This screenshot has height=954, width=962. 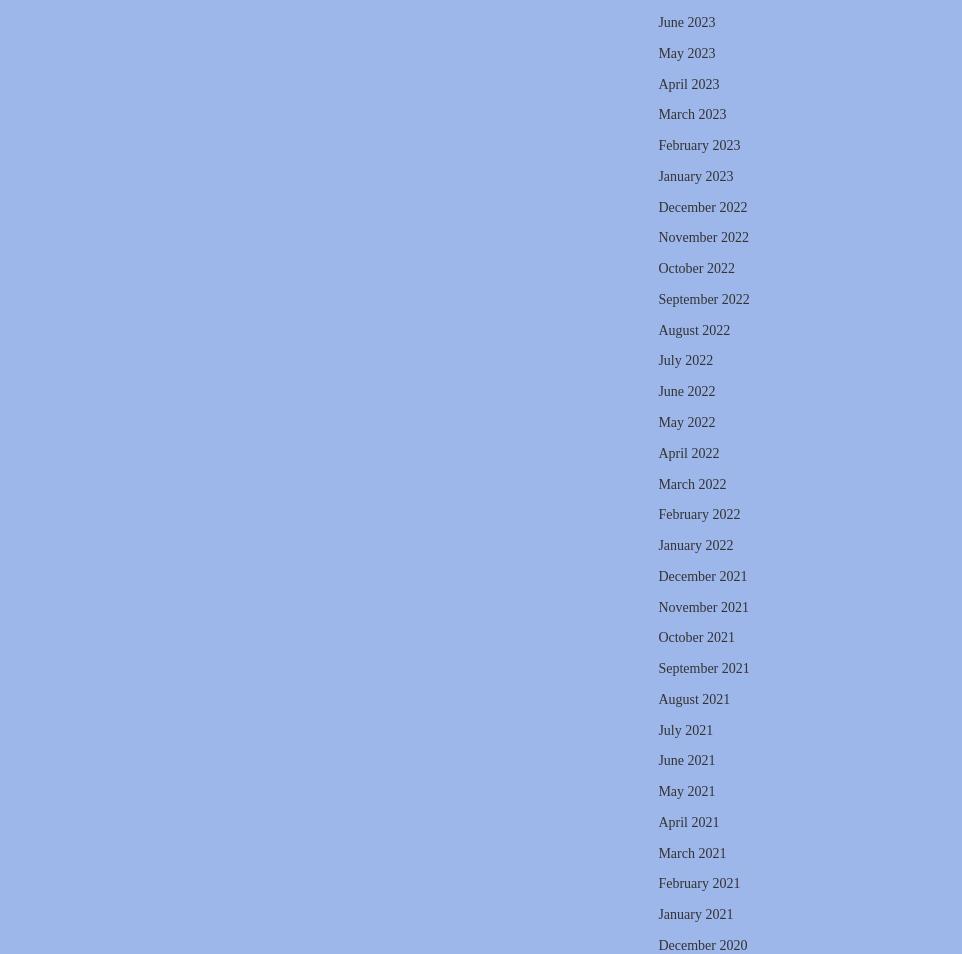 What do you see at coordinates (701, 205) in the screenshot?
I see `'December 2022'` at bounding box center [701, 205].